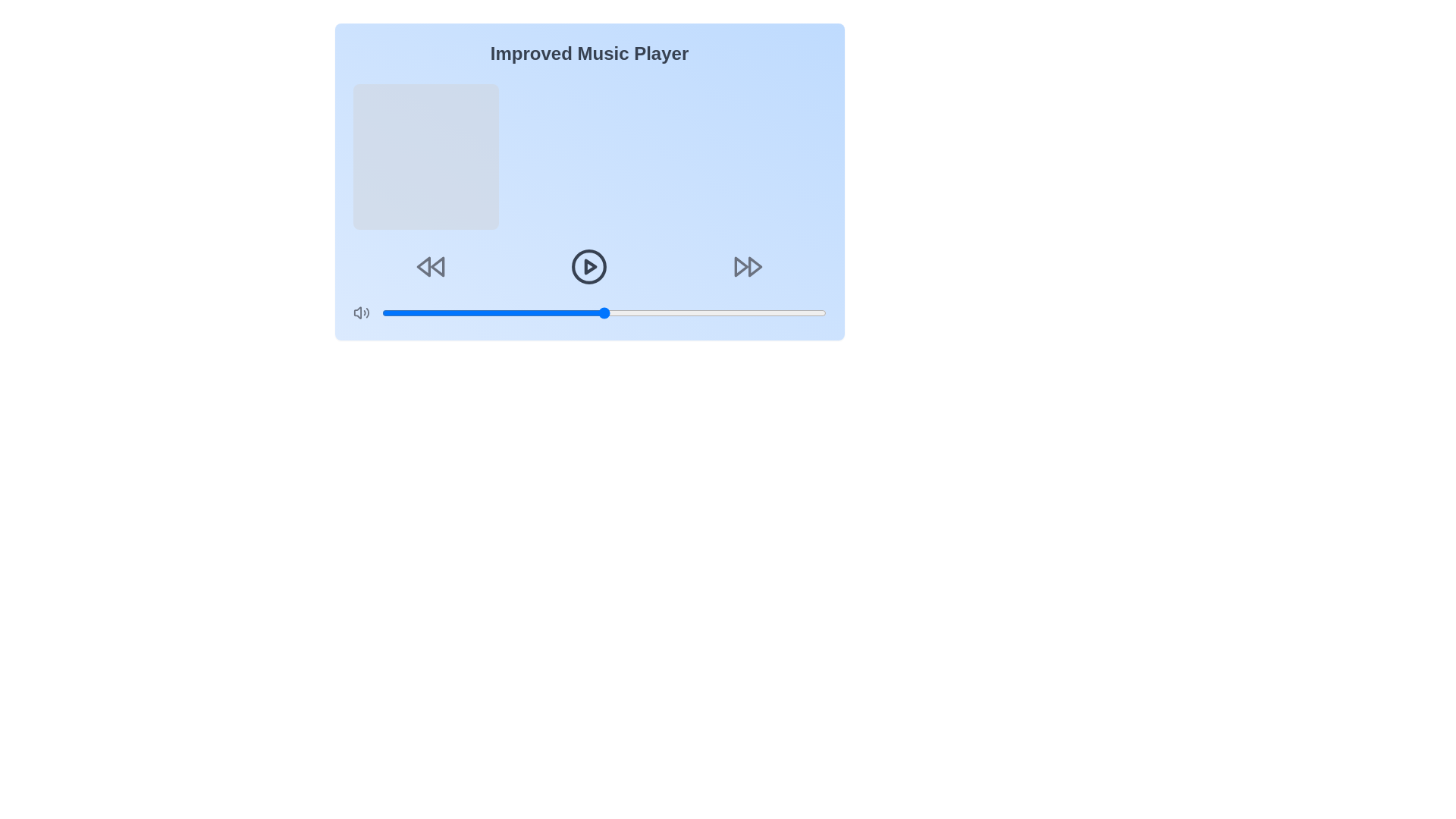 This screenshot has height=819, width=1456. Describe the element at coordinates (748, 265) in the screenshot. I see `the double-arrow icon button, which is styled in grey and changes to black when hovered over, located at the far right of the control icons in the music player interface` at that location.